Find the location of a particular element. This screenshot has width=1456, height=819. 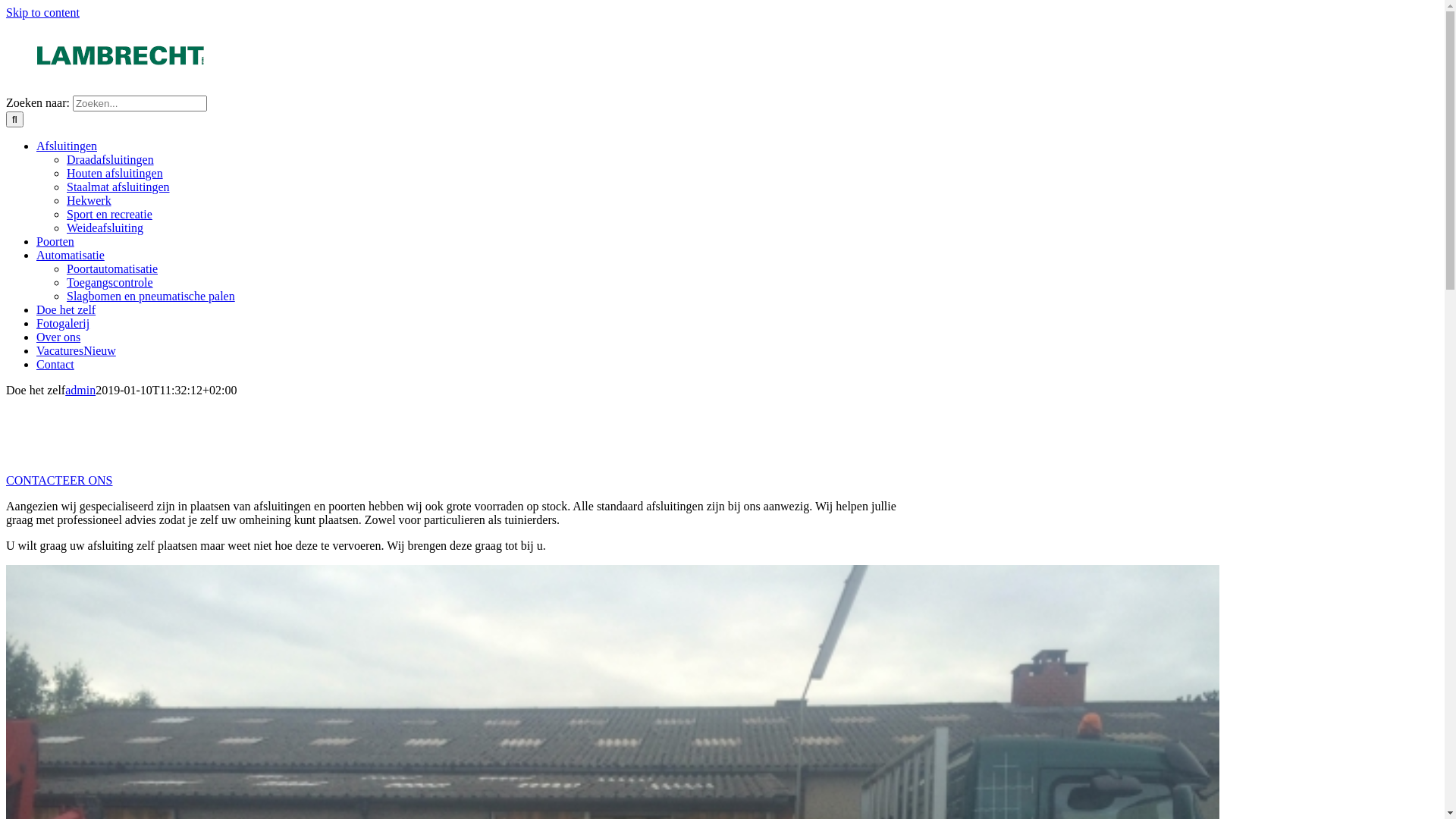

'Hekwerk' is located at coordinates (88, 199).